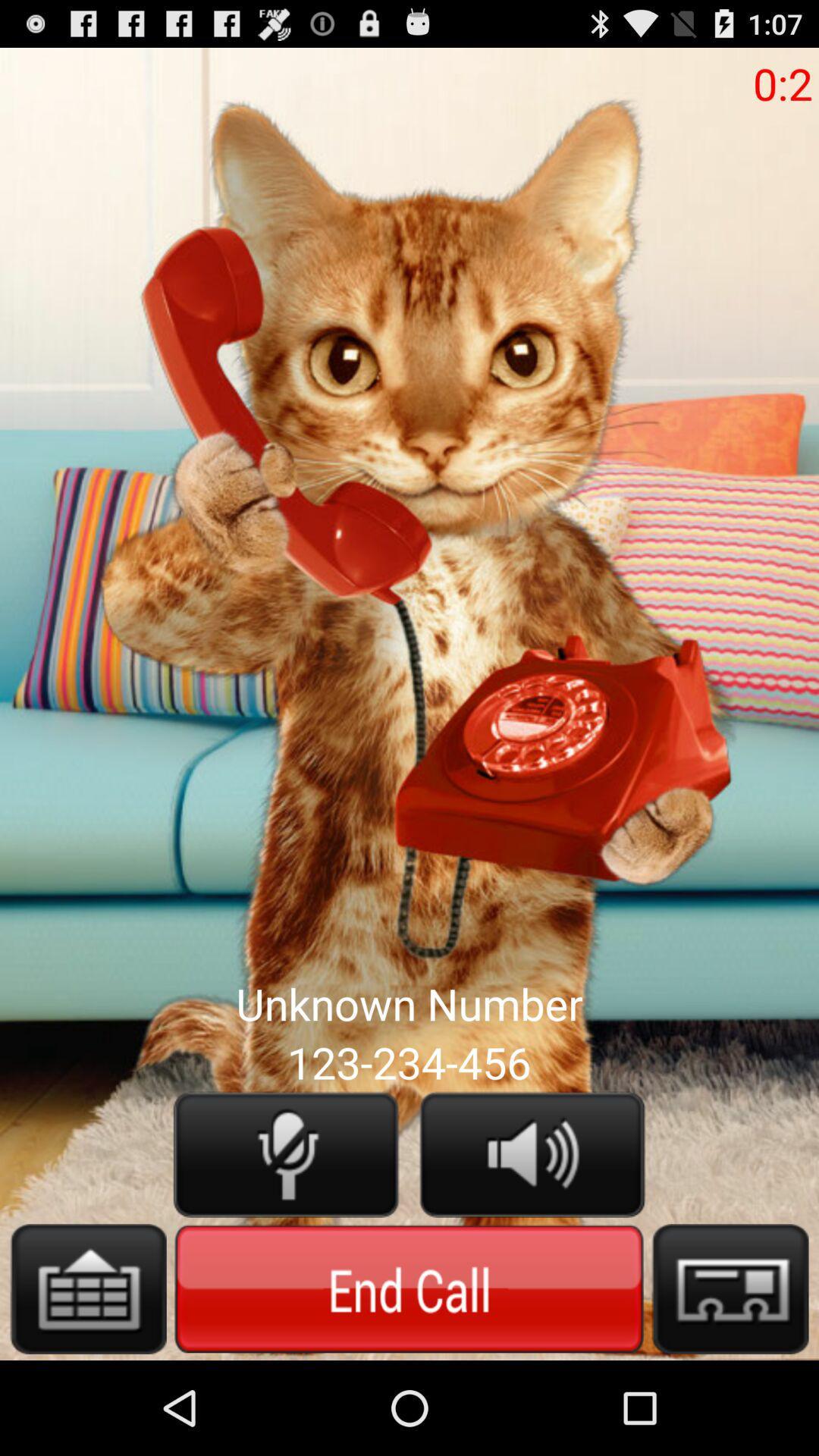 The height and width of the screenshot is (1456, 819). What do you see at coordinates (286, 1153) in the screenshot?
I see `click the microphone option` at bounding box center [286, 1153].